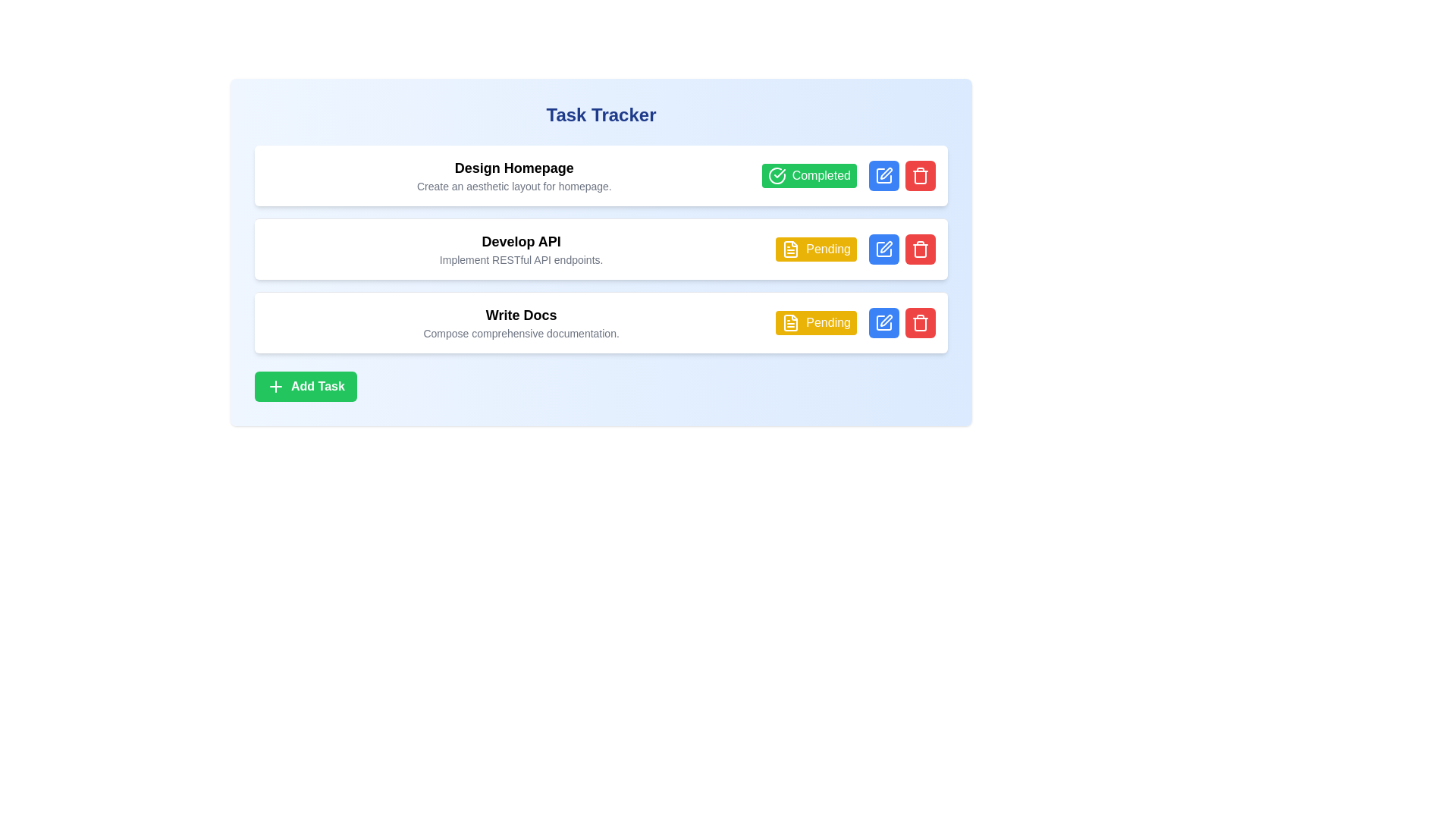 Image resolution: width=1456 pixels, height=819 pixels. What do you see at coordinates (884, 322) in the screenshot?
I see `the 'edit task' button located in the right corner of the last task (Write Docs) row in the task tracker interface, which is above the red trash can icon and next to the yellow document button` at bounding box center [884, 322].